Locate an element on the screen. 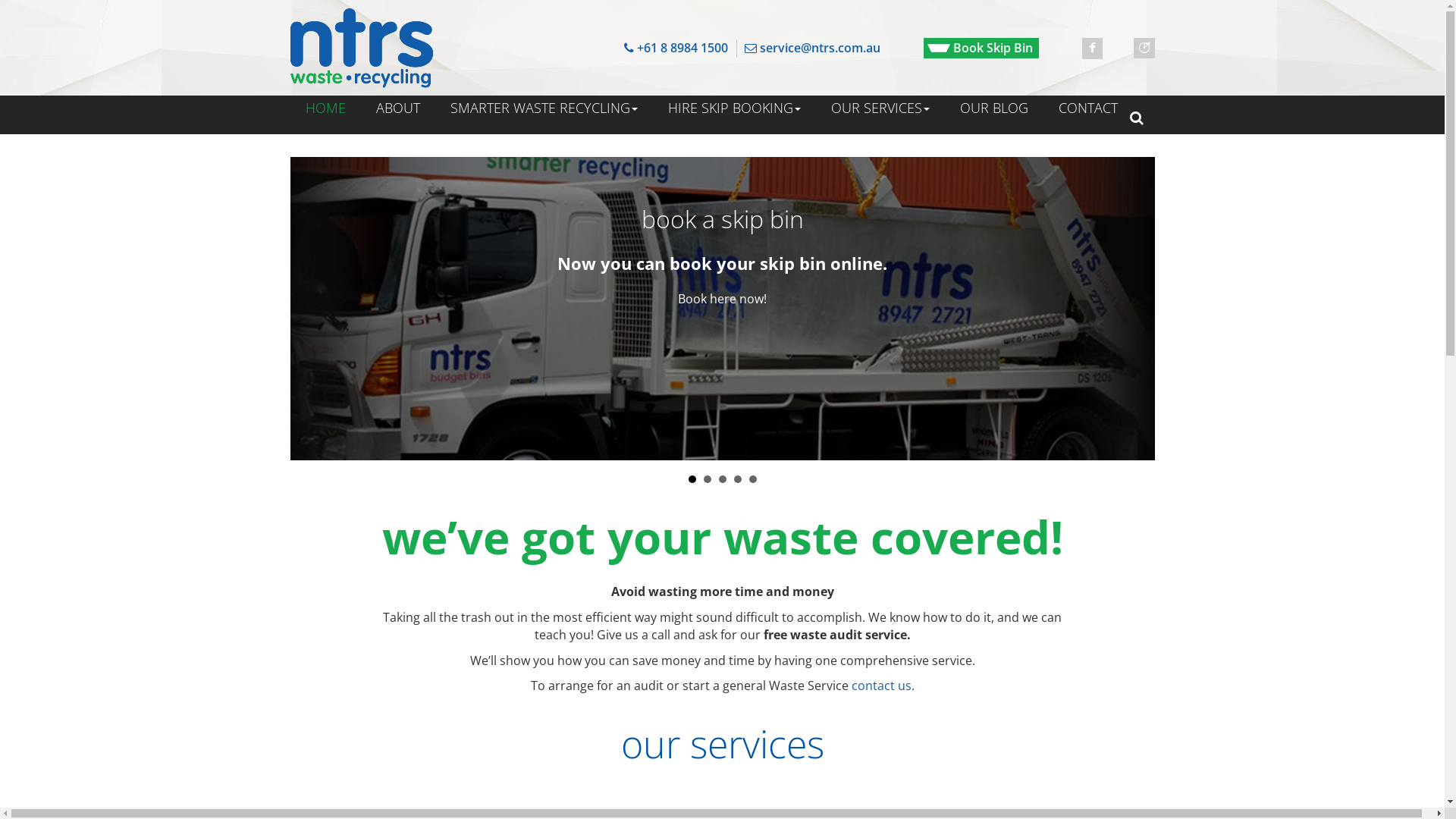  '+61 8 8984 1500' is located at coordinates (675, 48).